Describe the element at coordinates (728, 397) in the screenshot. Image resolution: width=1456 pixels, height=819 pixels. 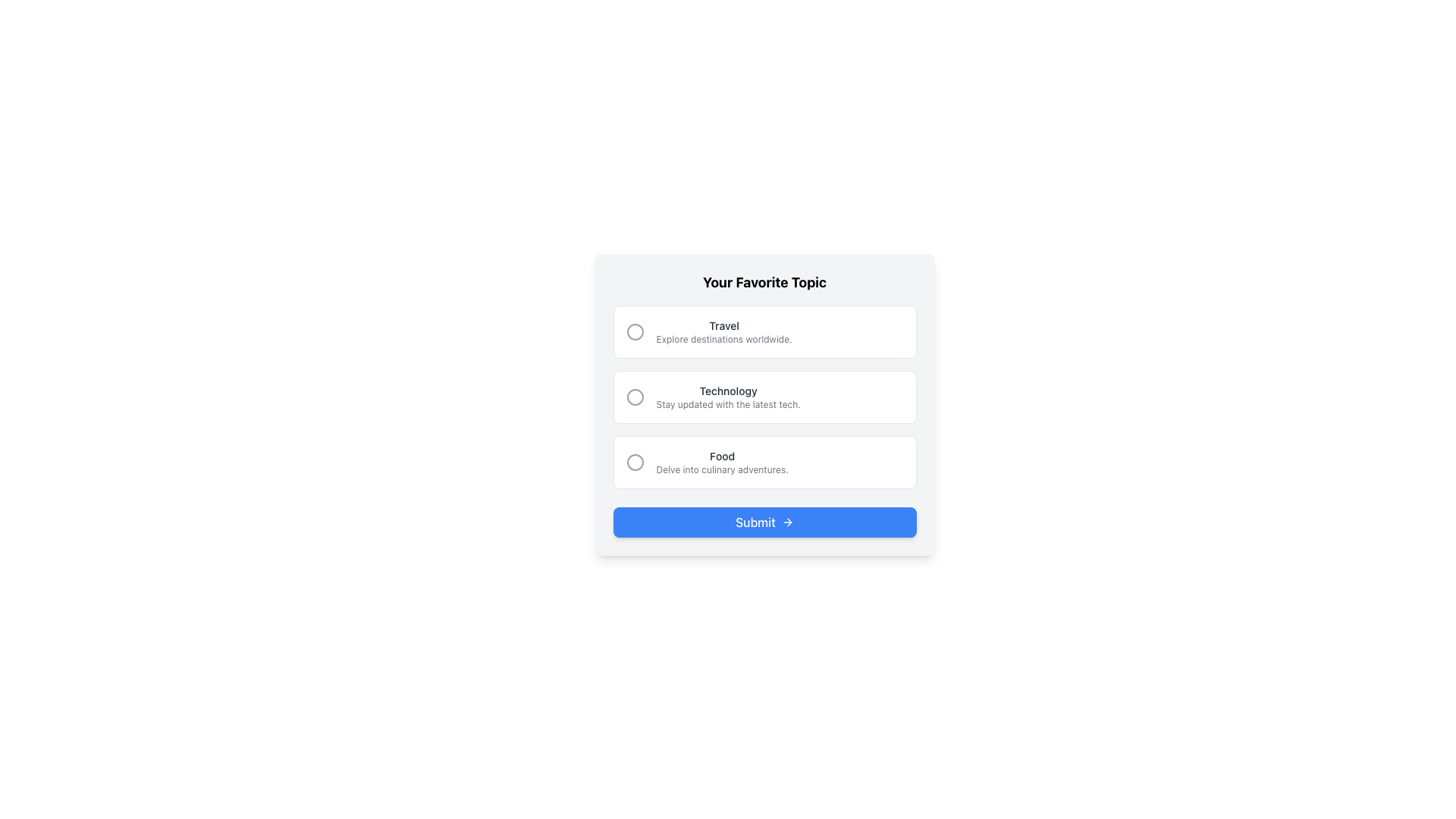
I see `the 'Technology' text label, which is the second item in a vertically stacked list of selection options, positioned between 'Travel' and 'Food'` at that location.